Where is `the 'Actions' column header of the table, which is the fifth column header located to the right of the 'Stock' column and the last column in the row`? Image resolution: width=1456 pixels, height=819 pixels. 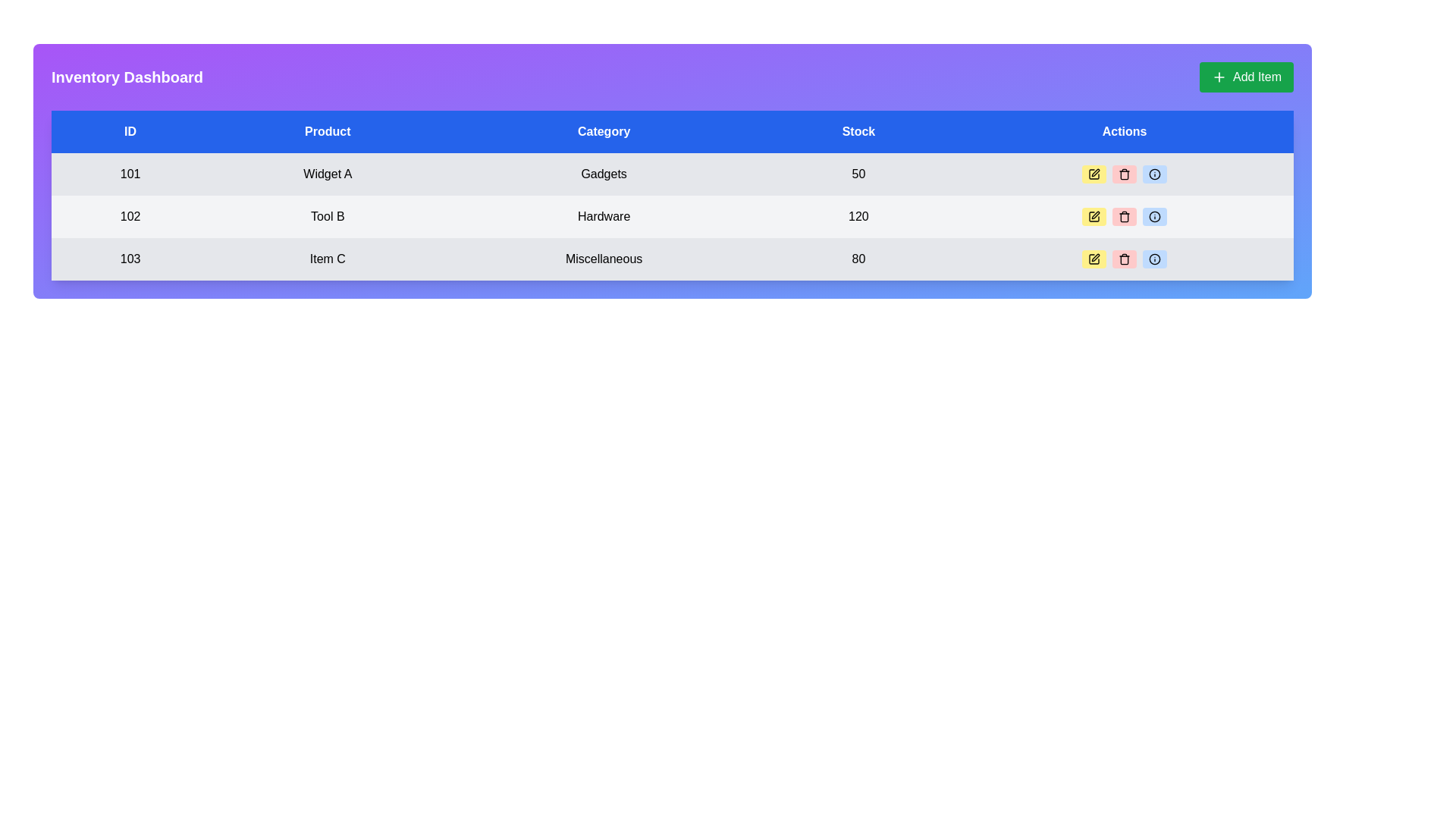
the 'Actions' column header of the table, which is the fifth column header located to the right of the 'Stock' column and the last column in the row is located at coordinates (1125, 130).